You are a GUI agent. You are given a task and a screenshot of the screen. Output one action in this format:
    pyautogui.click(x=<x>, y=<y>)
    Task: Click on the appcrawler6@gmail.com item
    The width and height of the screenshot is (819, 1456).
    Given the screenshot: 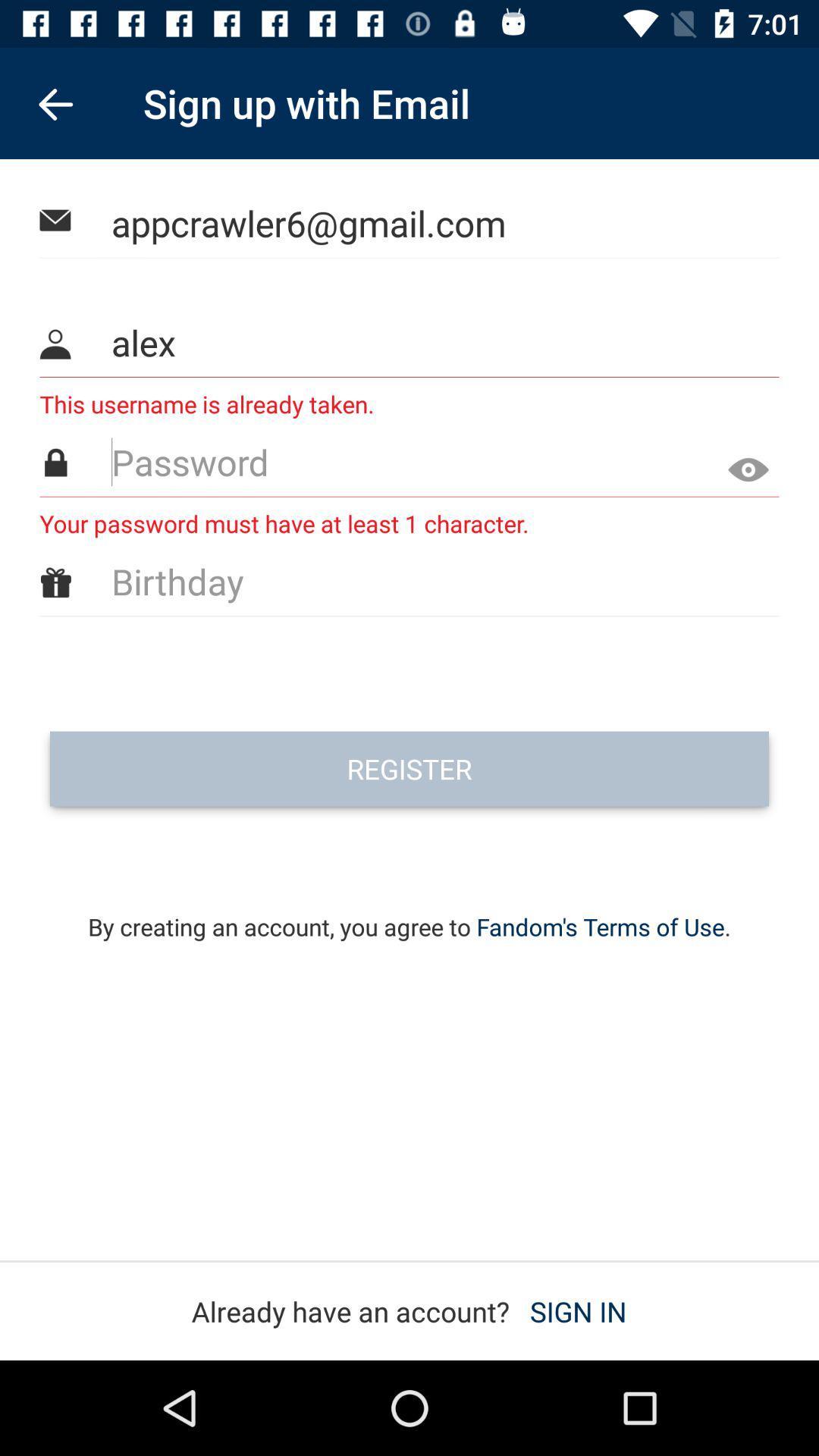 What is the action you would take?
    pyautogui.click(x=410, y=222)
    